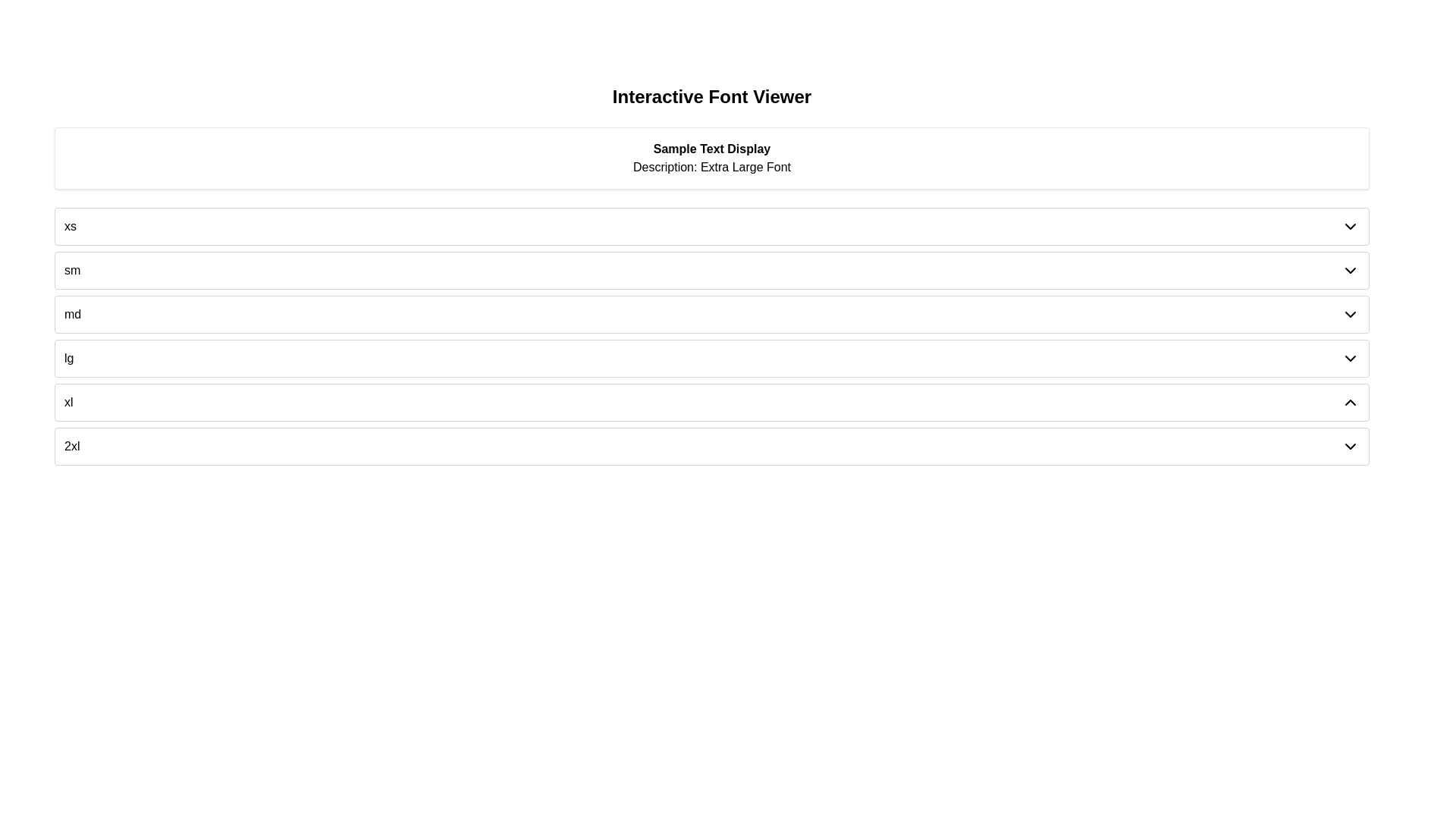 This screenshot has width=1456, height=819. I want to click on text content of the Text label element displaying 'xs', located at the left edge of the first row in a vertically stacked list interface, so click(69, 227).